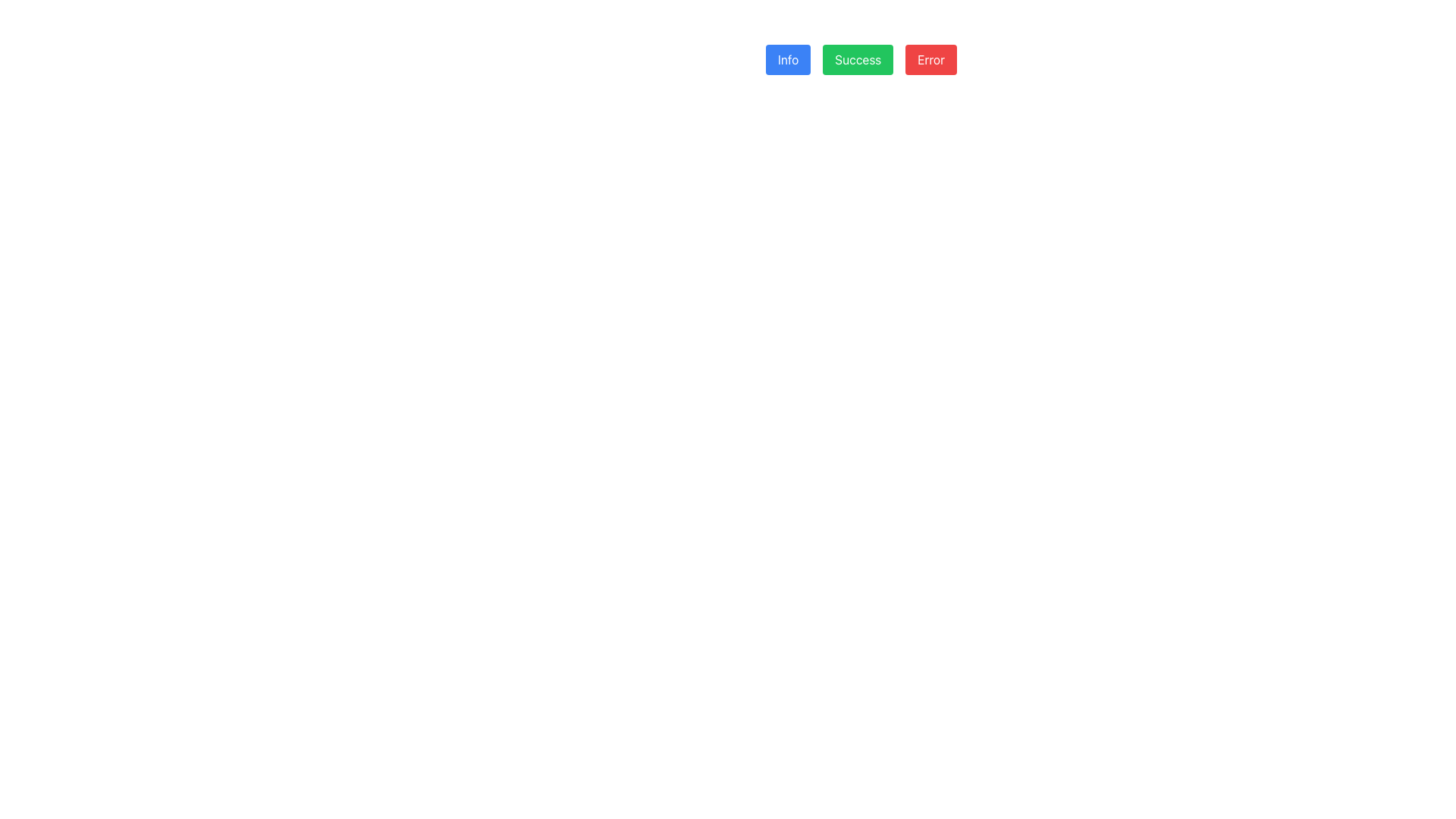 This screenshot has height=819, width=1456. I want to click on the 'Error' button, which is the rightmost button in a group of three, so click(930, 58).